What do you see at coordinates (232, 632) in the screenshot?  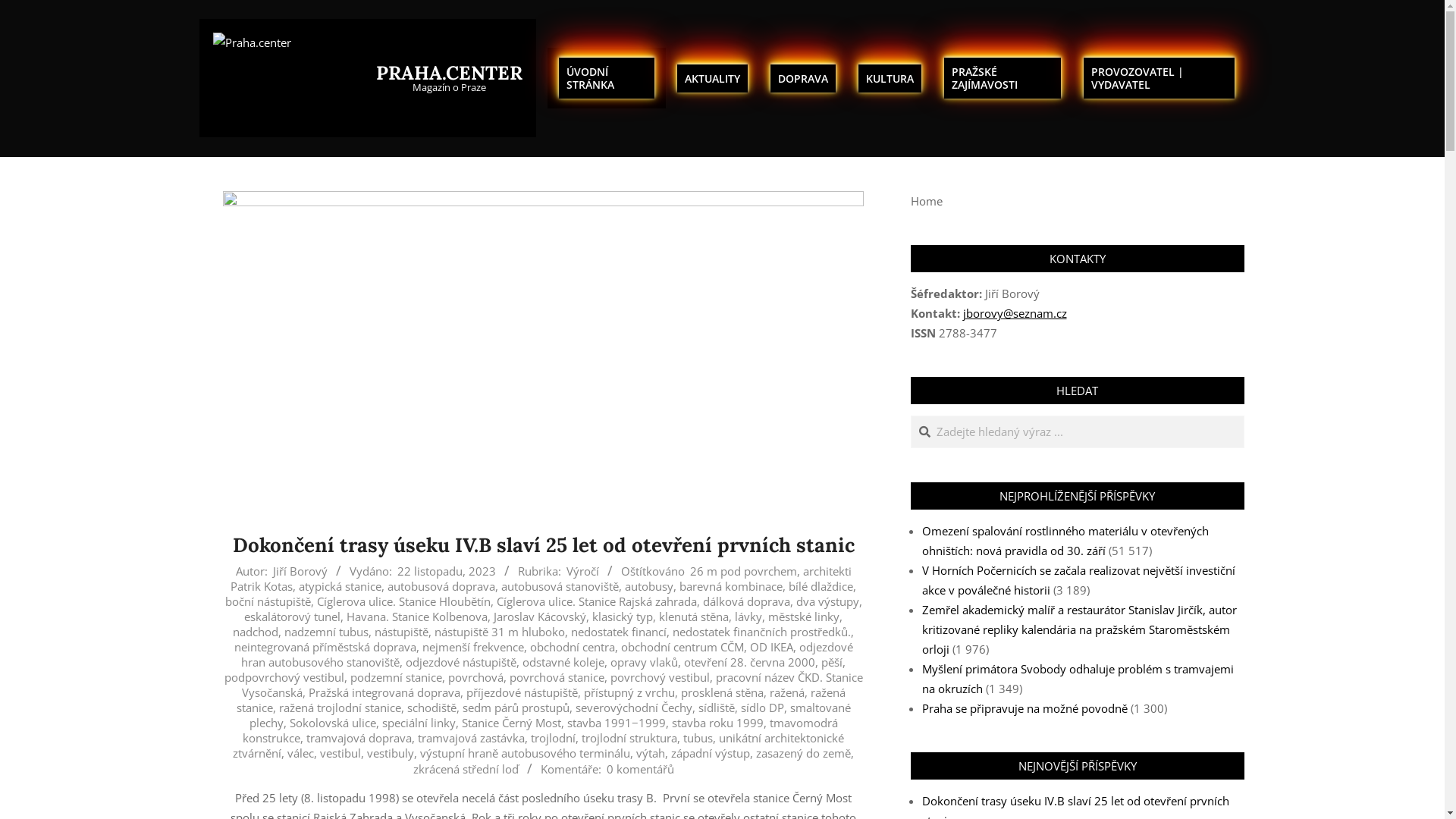 I see `'nadchod'` at bounding box center [232, 632].